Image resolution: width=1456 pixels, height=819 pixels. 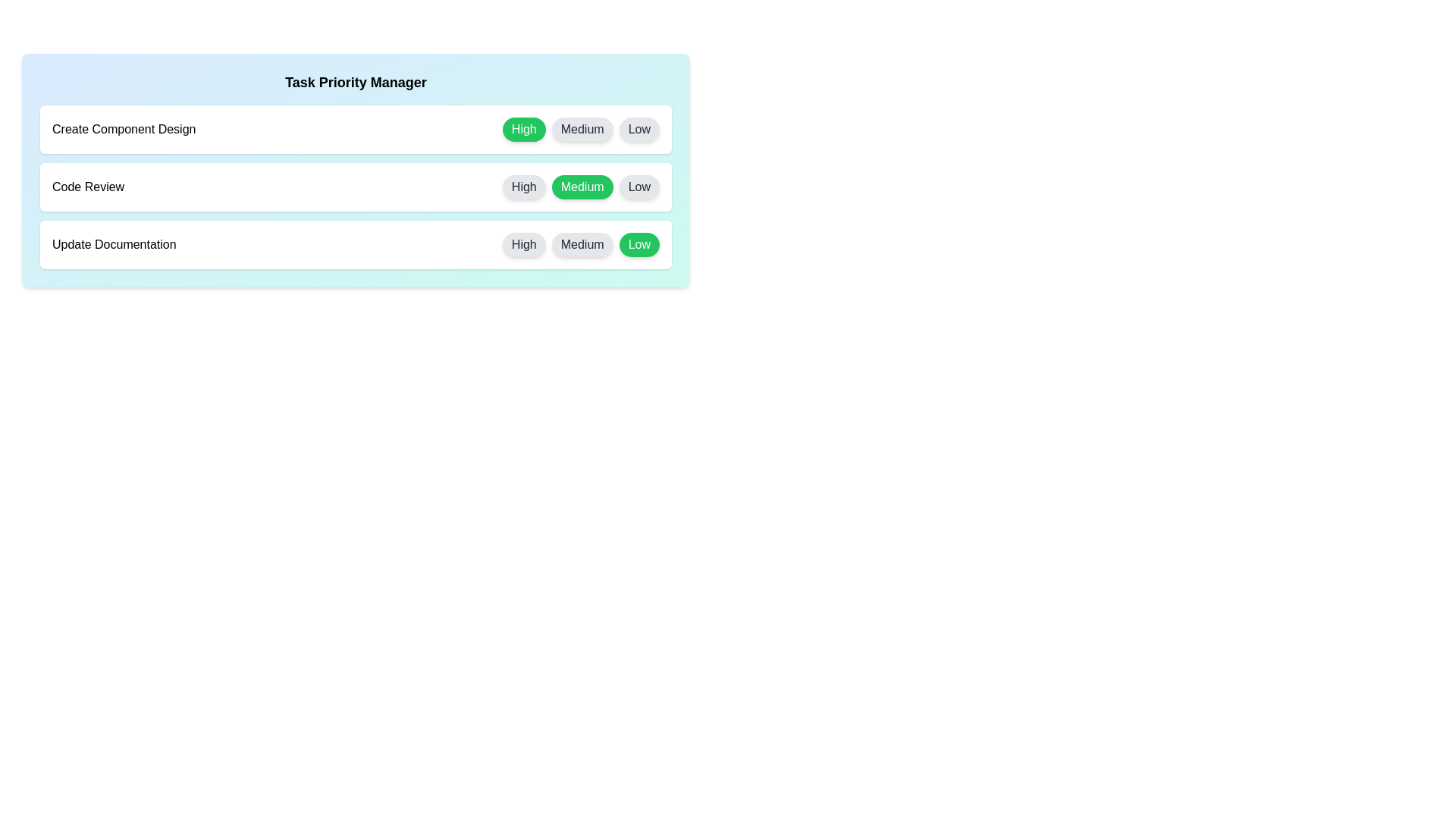 What do you see at coordinates (639, 128) in the screenshot?
I see `the Low button for the task 'Create Component Design' to set its priority` at bounding box center [639, 128].